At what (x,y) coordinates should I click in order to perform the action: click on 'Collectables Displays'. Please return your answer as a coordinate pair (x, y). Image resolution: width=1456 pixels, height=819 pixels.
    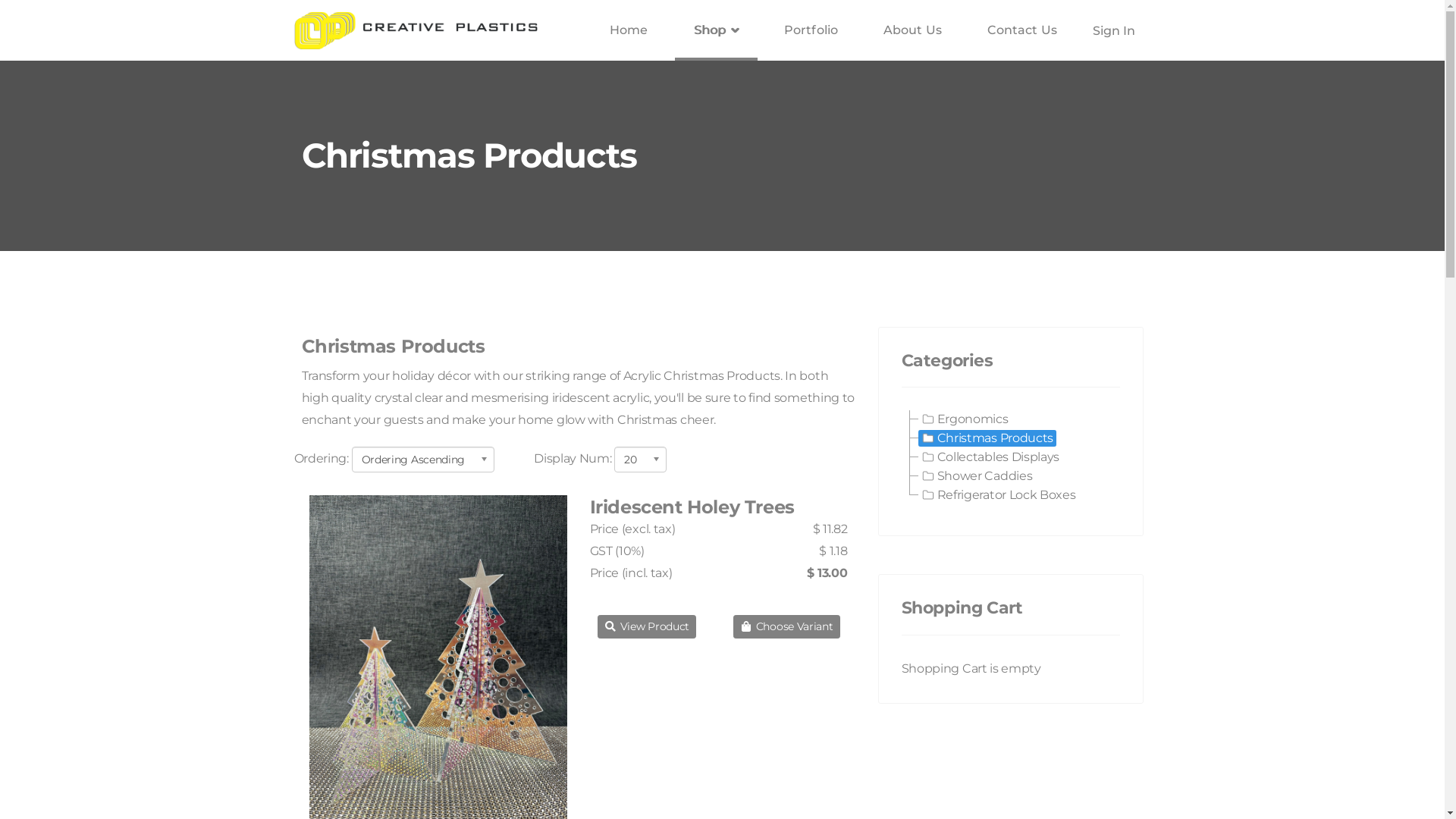
    Looking at the image, I should click on (990, 456).